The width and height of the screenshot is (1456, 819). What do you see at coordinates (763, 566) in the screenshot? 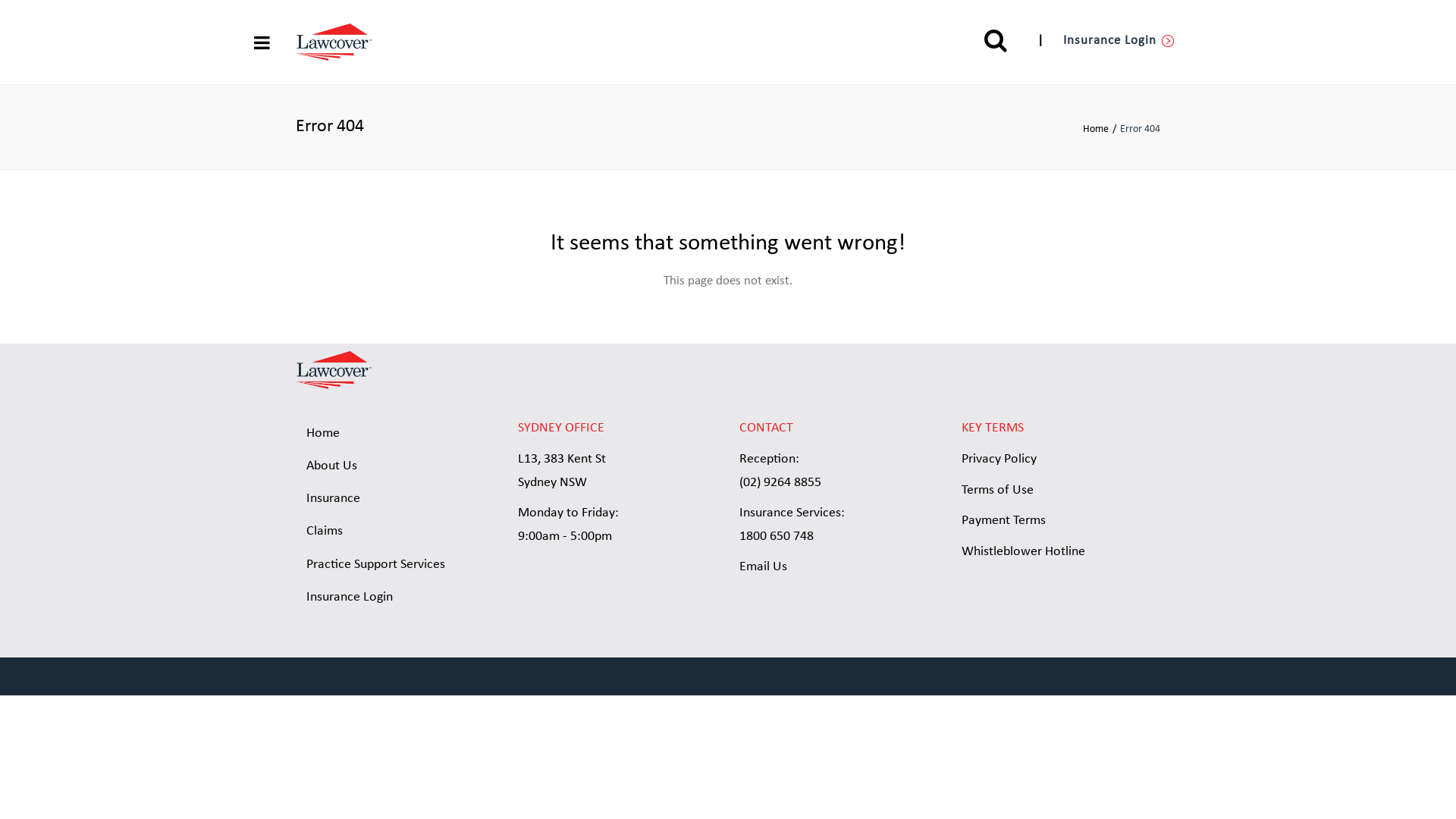
I see `'Email Us'` at bounding box center [763, 566].